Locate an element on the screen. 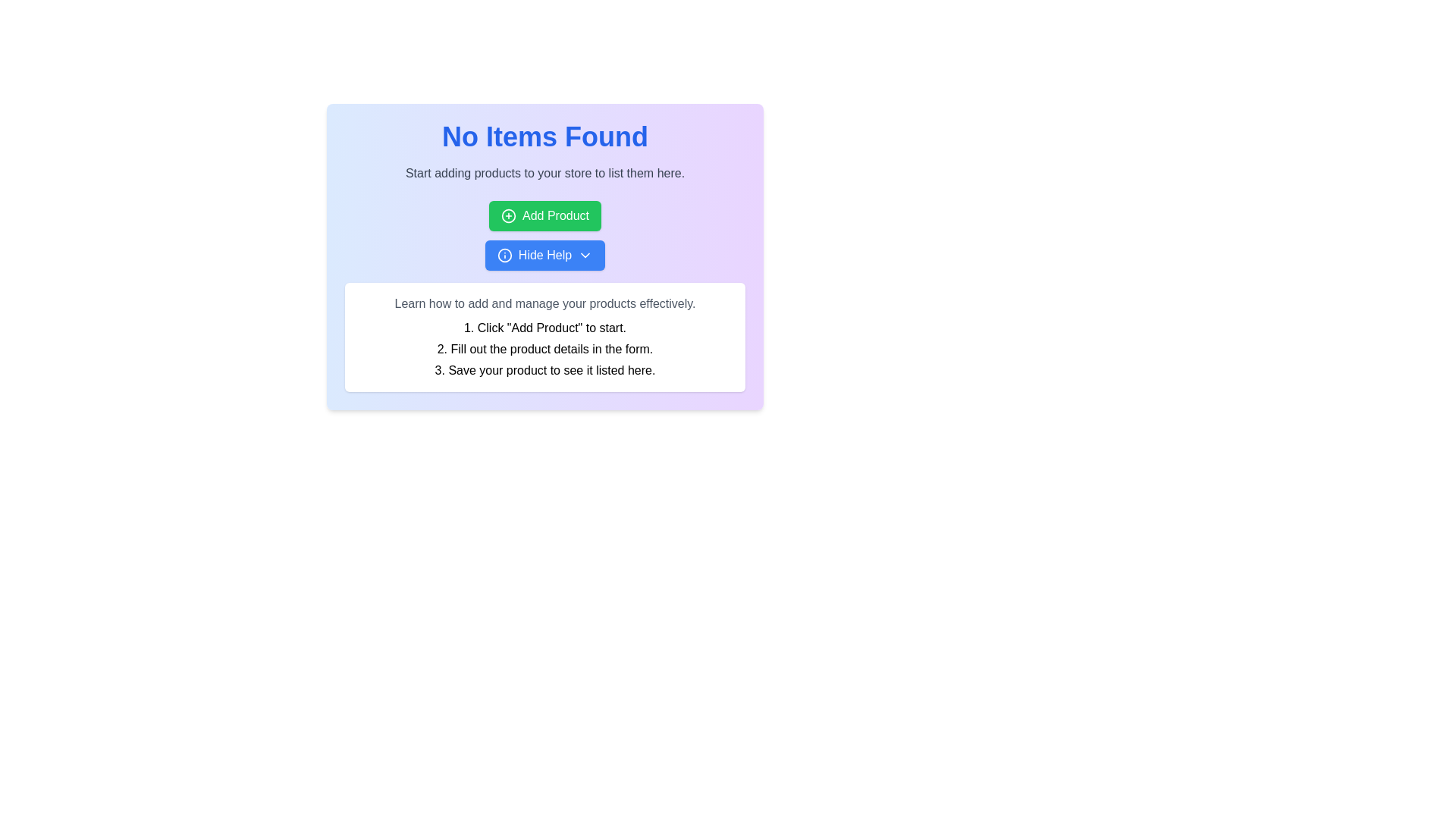 The height and width of the screenshot is (819, 1456). the informational text element that reads 'Start adding products to your store to list them here.', which is displayed in gray color below the title 'No Items Found' is located at coordinates (545, 172).